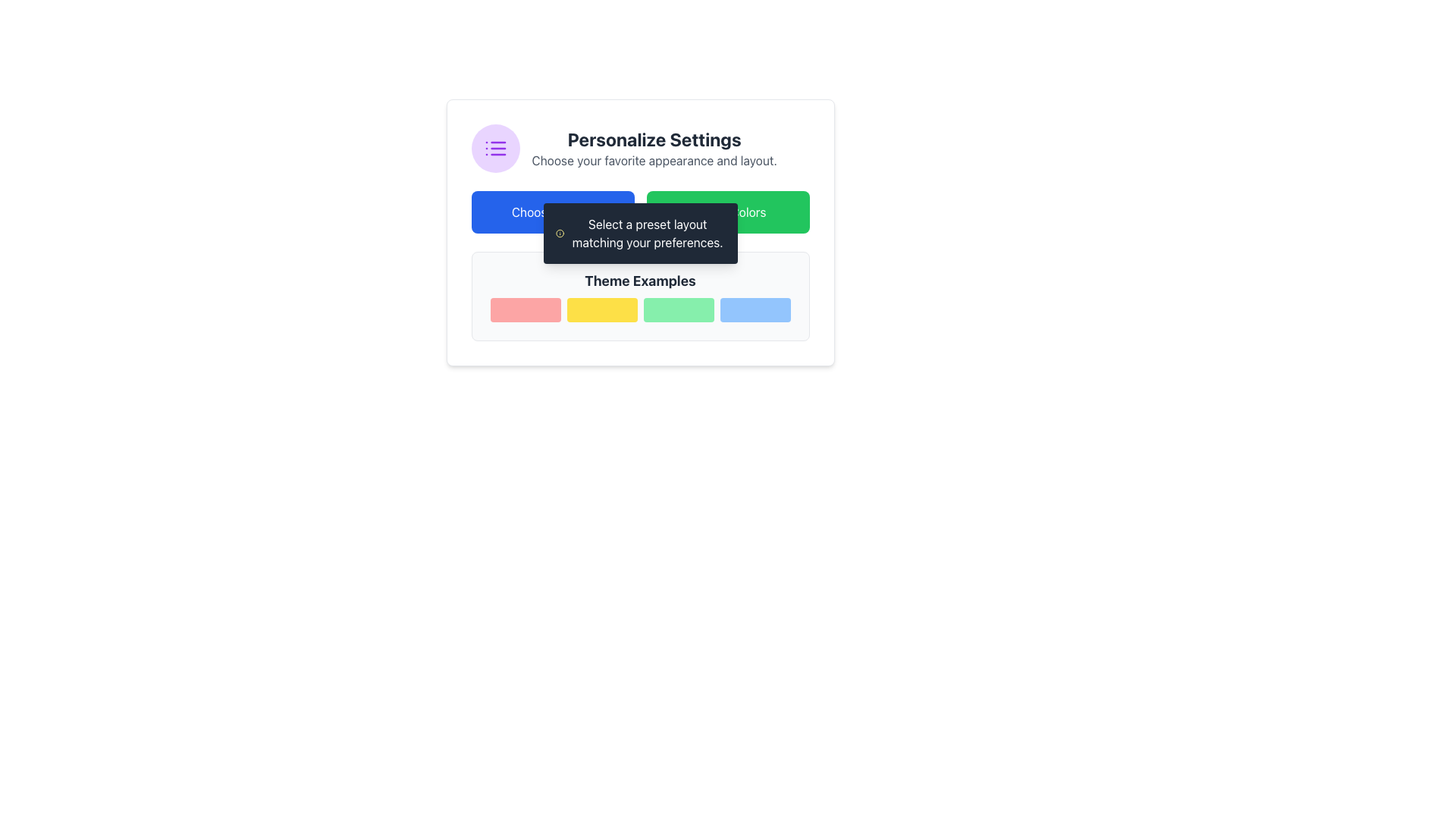 This screenshot has height=819, width=1456. Describe the element at coordinates (495, 149) in the screenshot. I see `the circular icon with a light purple background and a list graphic, located within the 'Personalize Settings' card, positioned to the left of the heading text` at that location.